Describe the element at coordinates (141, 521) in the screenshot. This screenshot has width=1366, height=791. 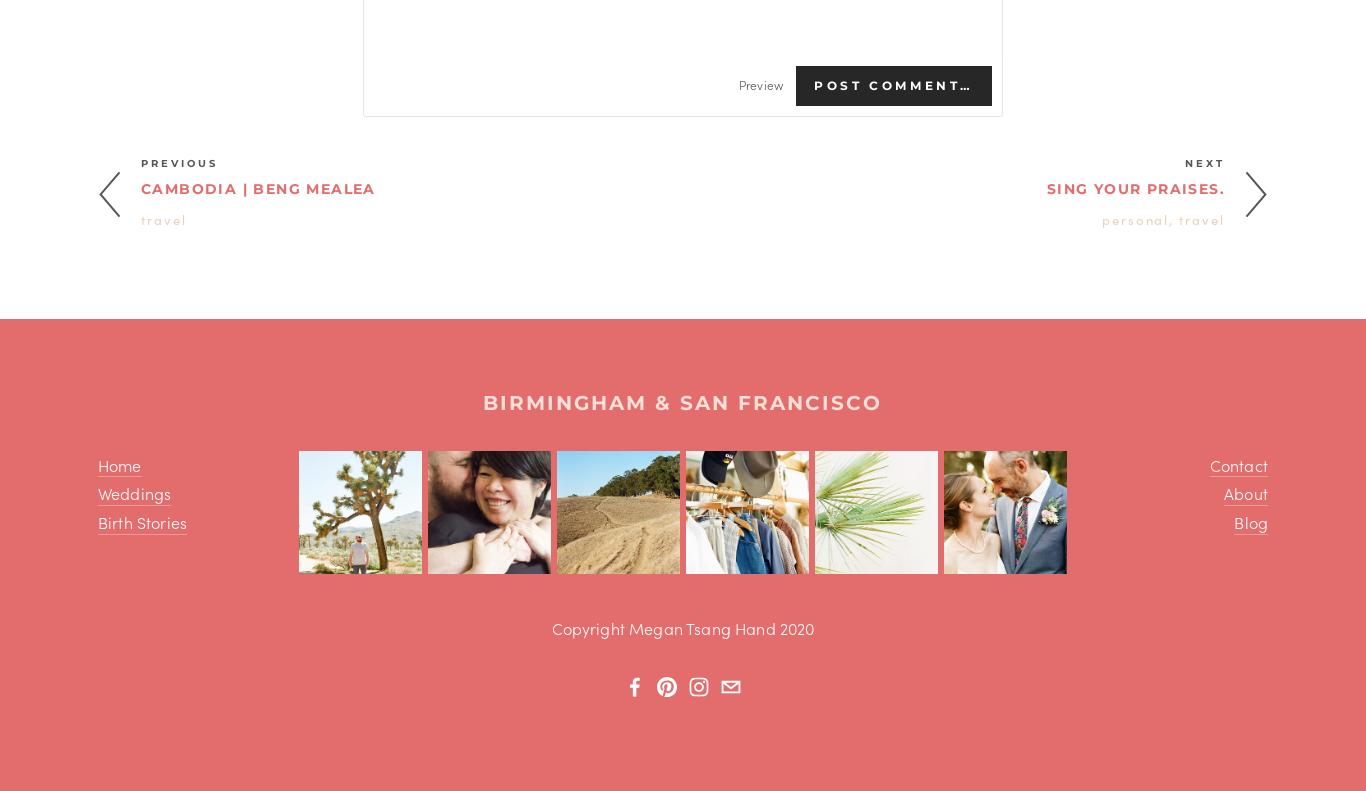
I see `'Birth Stories'` at that location.